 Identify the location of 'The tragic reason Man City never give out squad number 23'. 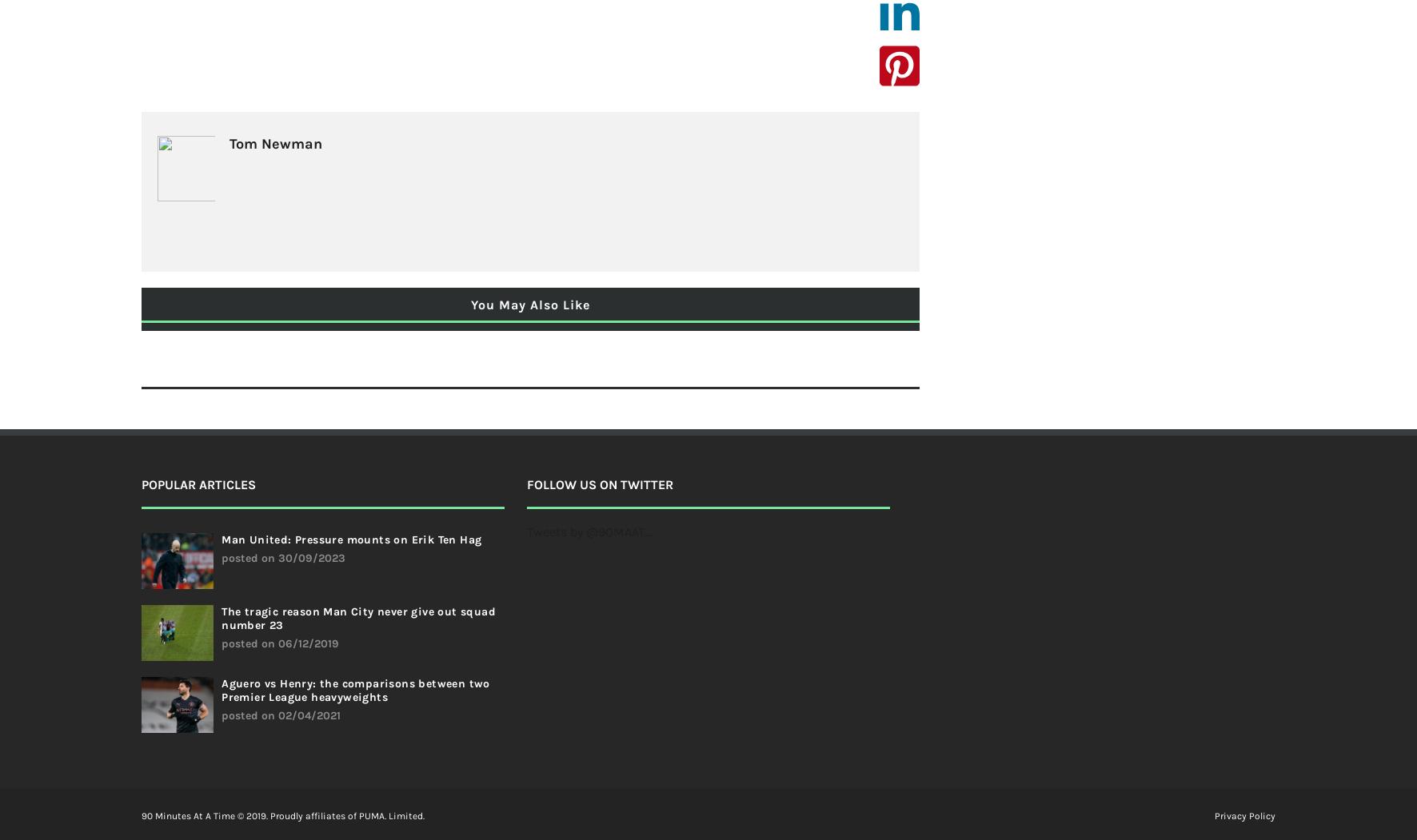
(357, 617).